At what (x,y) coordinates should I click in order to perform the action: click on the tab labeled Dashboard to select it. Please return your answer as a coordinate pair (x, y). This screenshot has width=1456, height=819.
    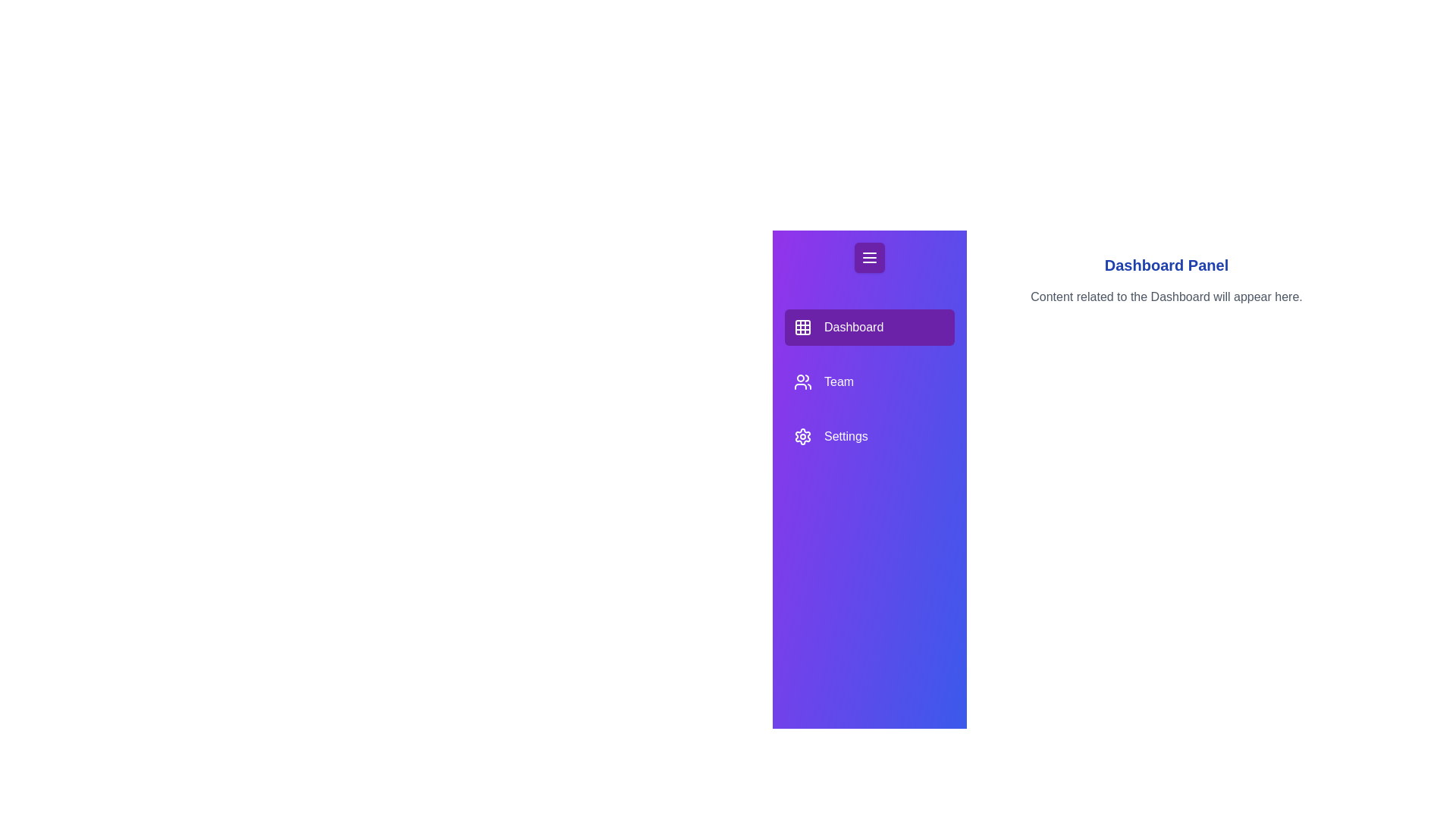
    Looking at the image, I should click on (870, 327).